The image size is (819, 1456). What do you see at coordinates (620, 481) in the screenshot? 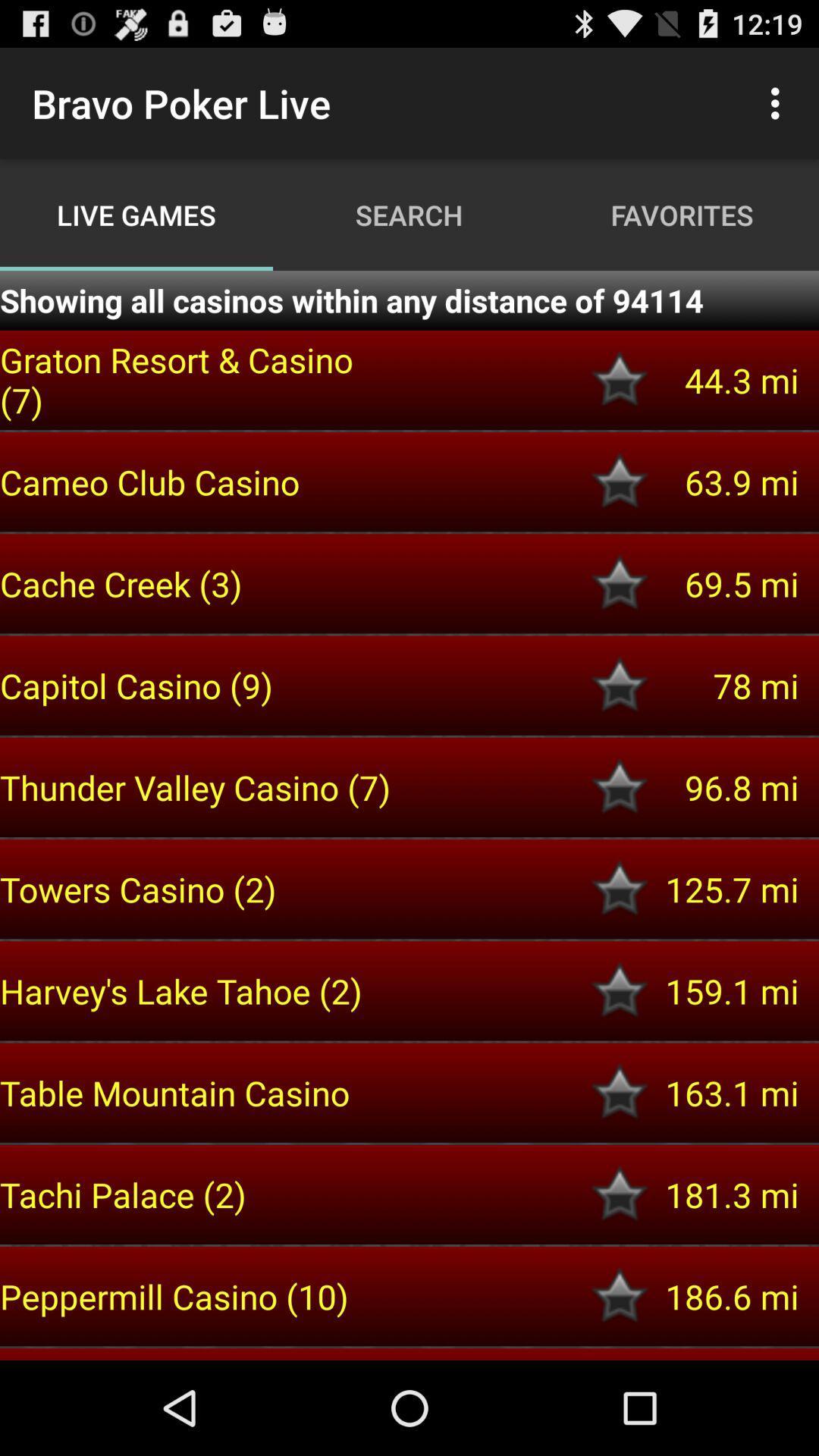
I see `to favorites` at bounding box center [620, 481].